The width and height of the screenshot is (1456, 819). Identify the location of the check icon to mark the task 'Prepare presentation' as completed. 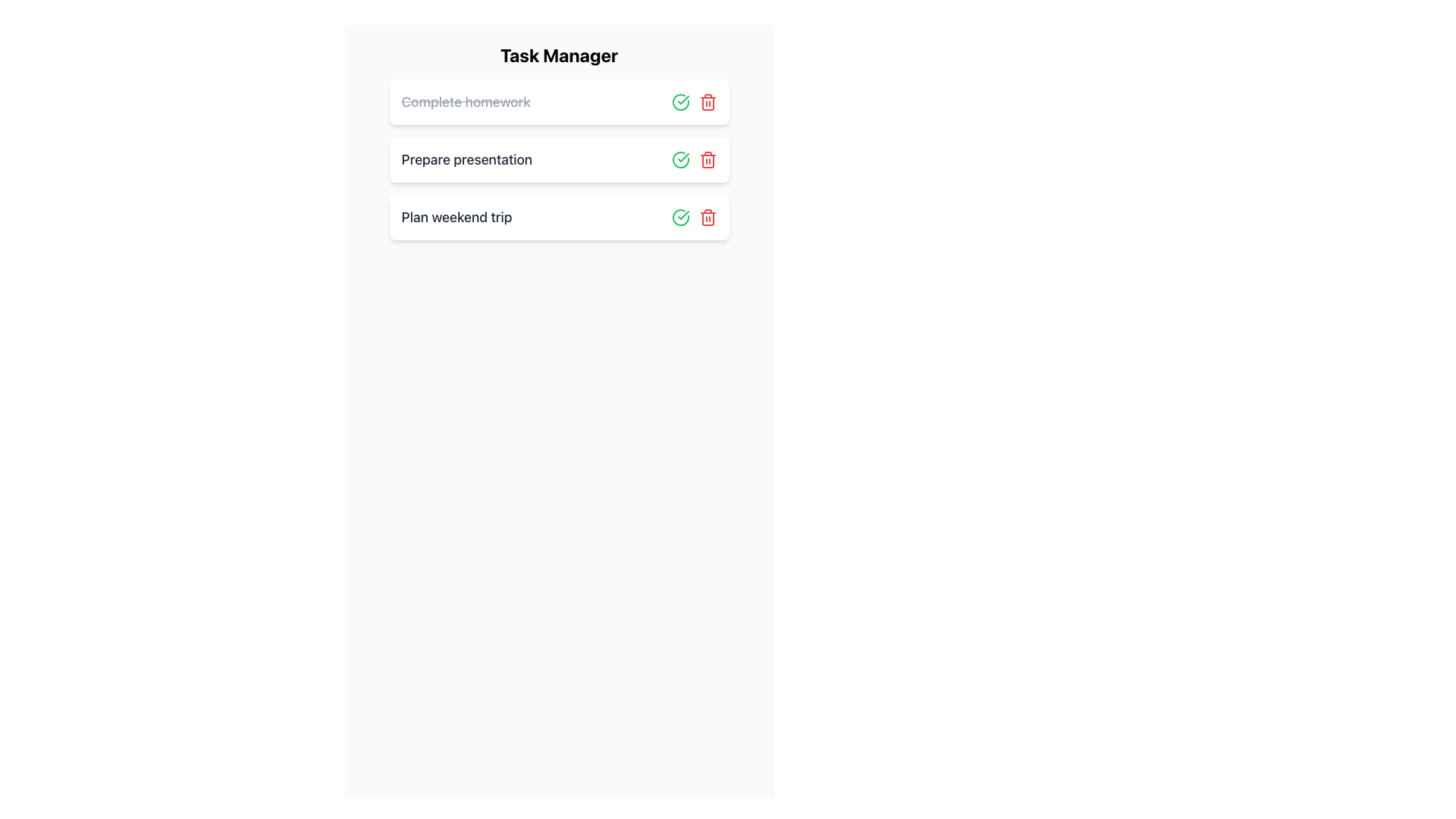
(679, 160).